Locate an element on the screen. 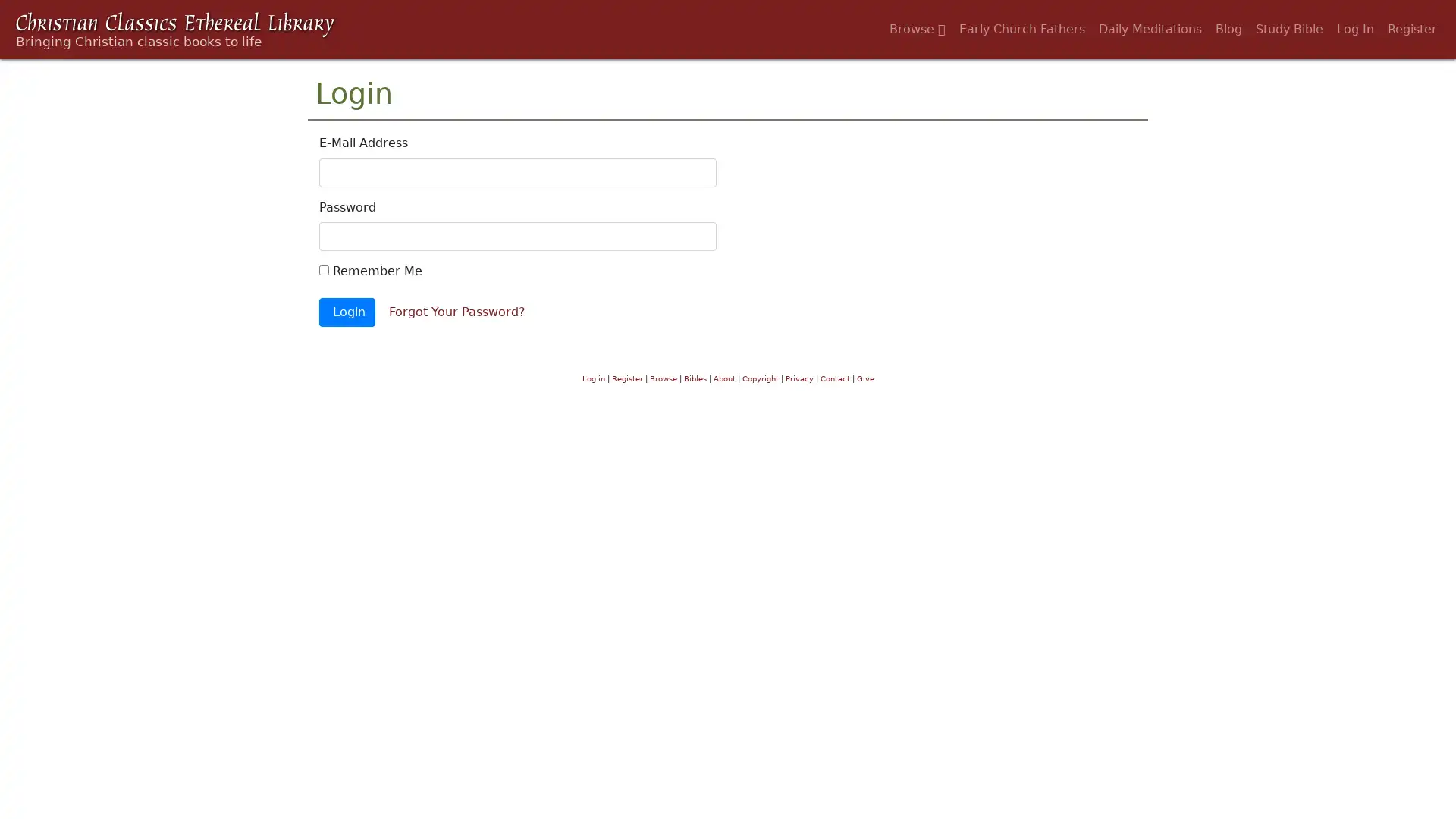 The height and width of the screenshot is (819, 1456). Register is located at coordinates (1411, 29).